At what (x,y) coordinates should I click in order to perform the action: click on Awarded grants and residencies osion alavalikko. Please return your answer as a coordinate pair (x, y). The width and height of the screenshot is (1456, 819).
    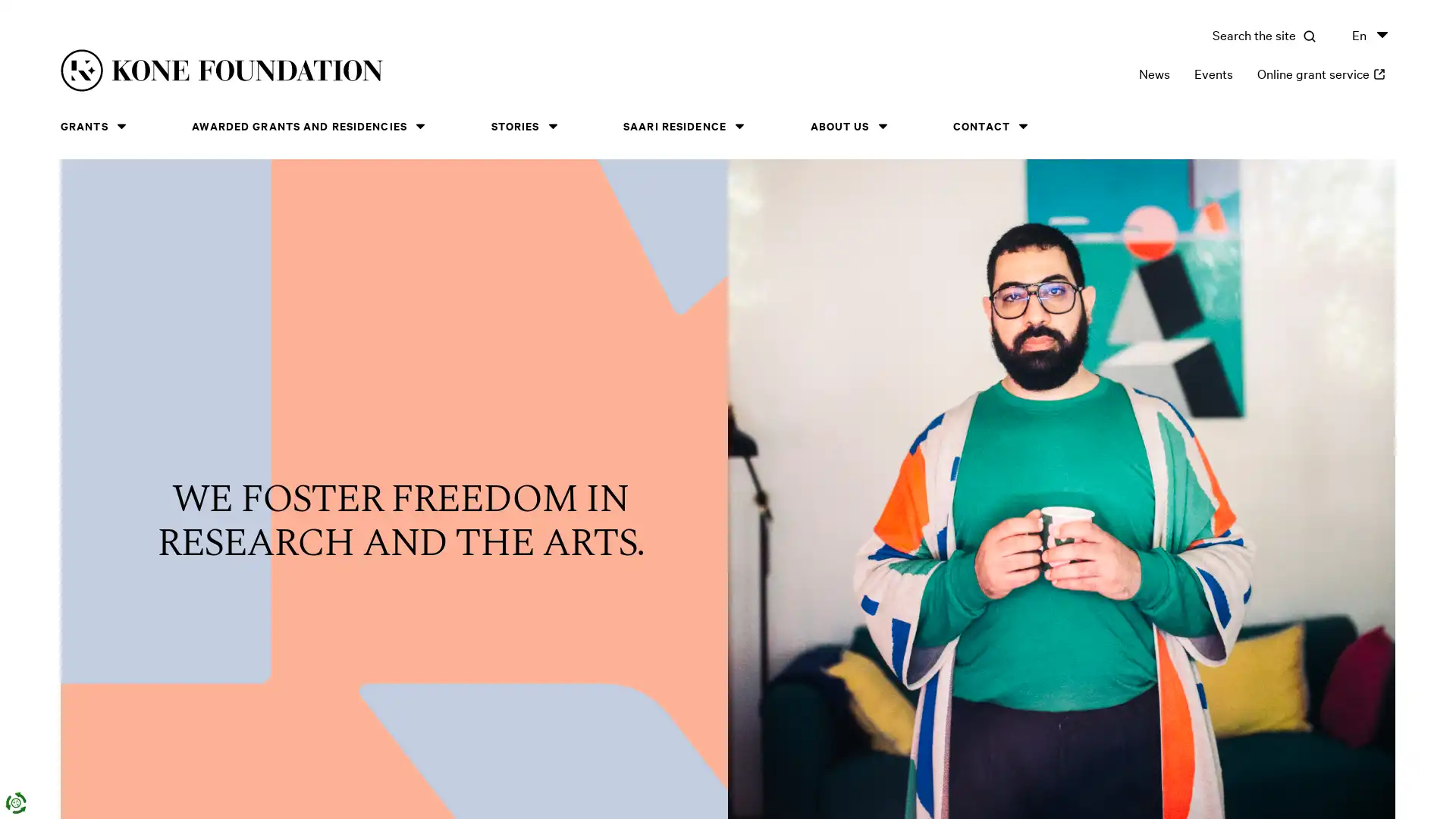
    Looking at the image, I should click on (419, 125).